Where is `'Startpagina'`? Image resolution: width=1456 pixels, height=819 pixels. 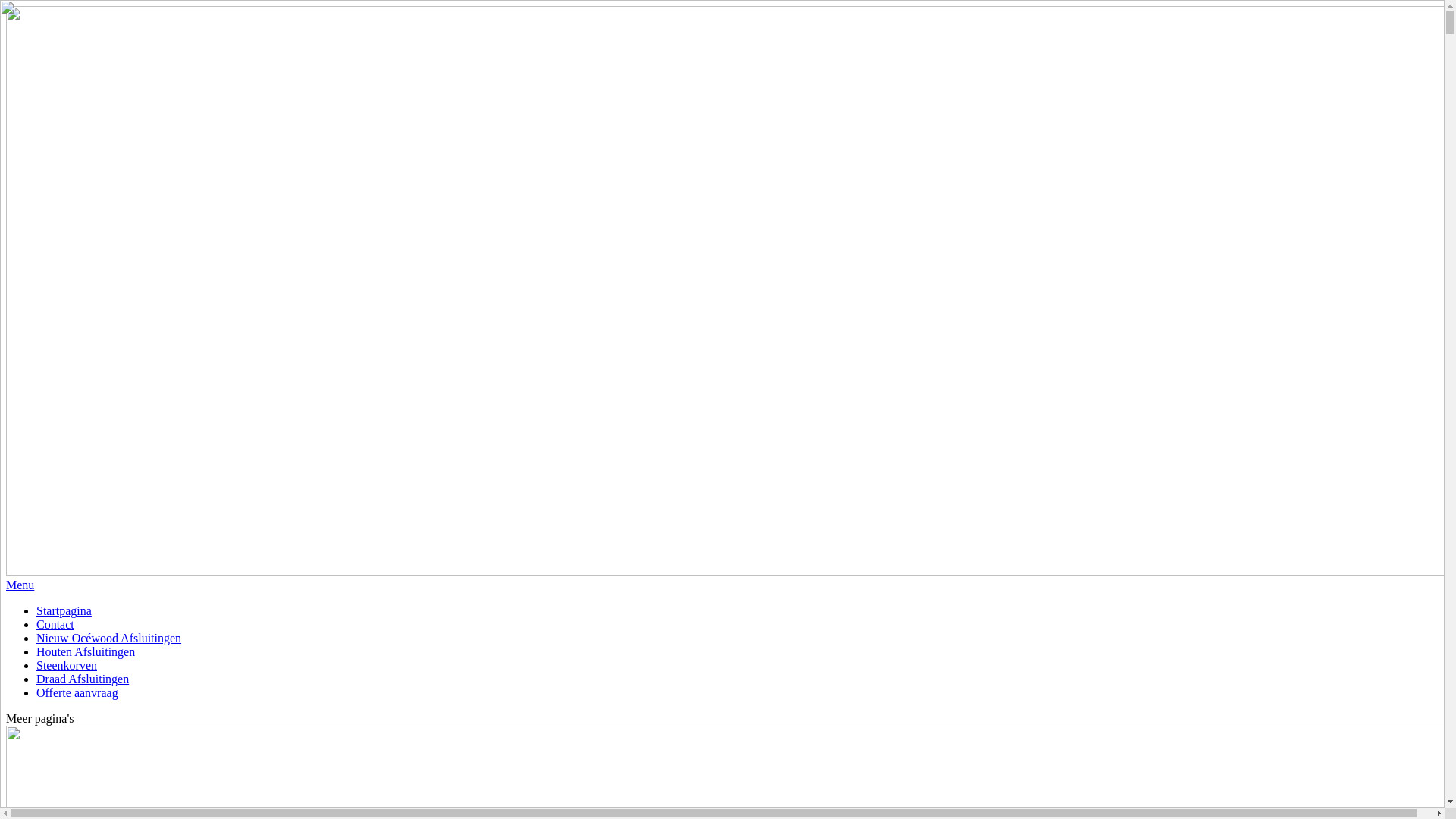 'Startpagina' is located at coordinates (63, 610).